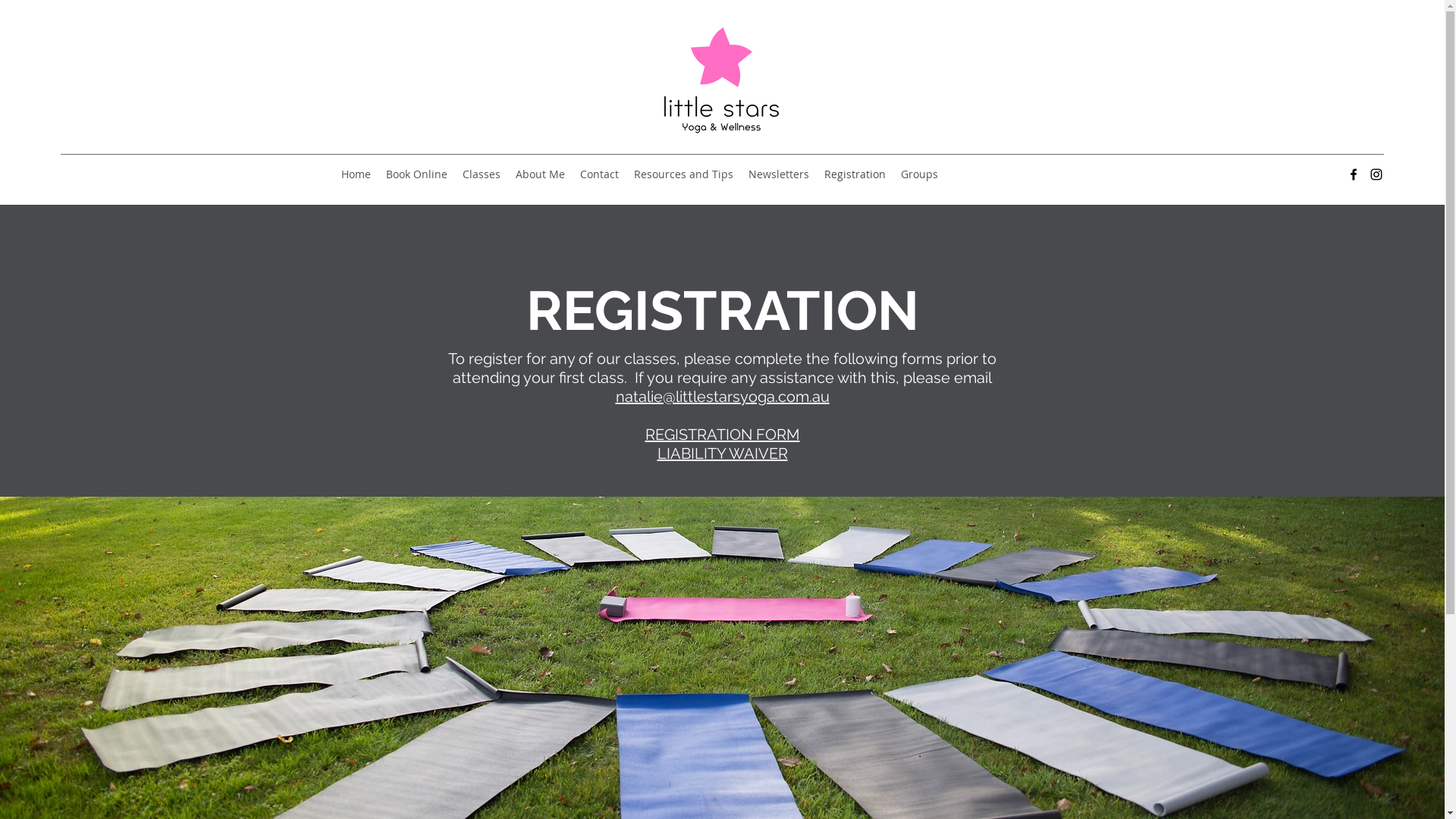 Image resolution: width=1456 pixels, height=819 pixels. Describe the element at coordinates (540, 174) in the screenshot. I see `'About Me'` at that location.